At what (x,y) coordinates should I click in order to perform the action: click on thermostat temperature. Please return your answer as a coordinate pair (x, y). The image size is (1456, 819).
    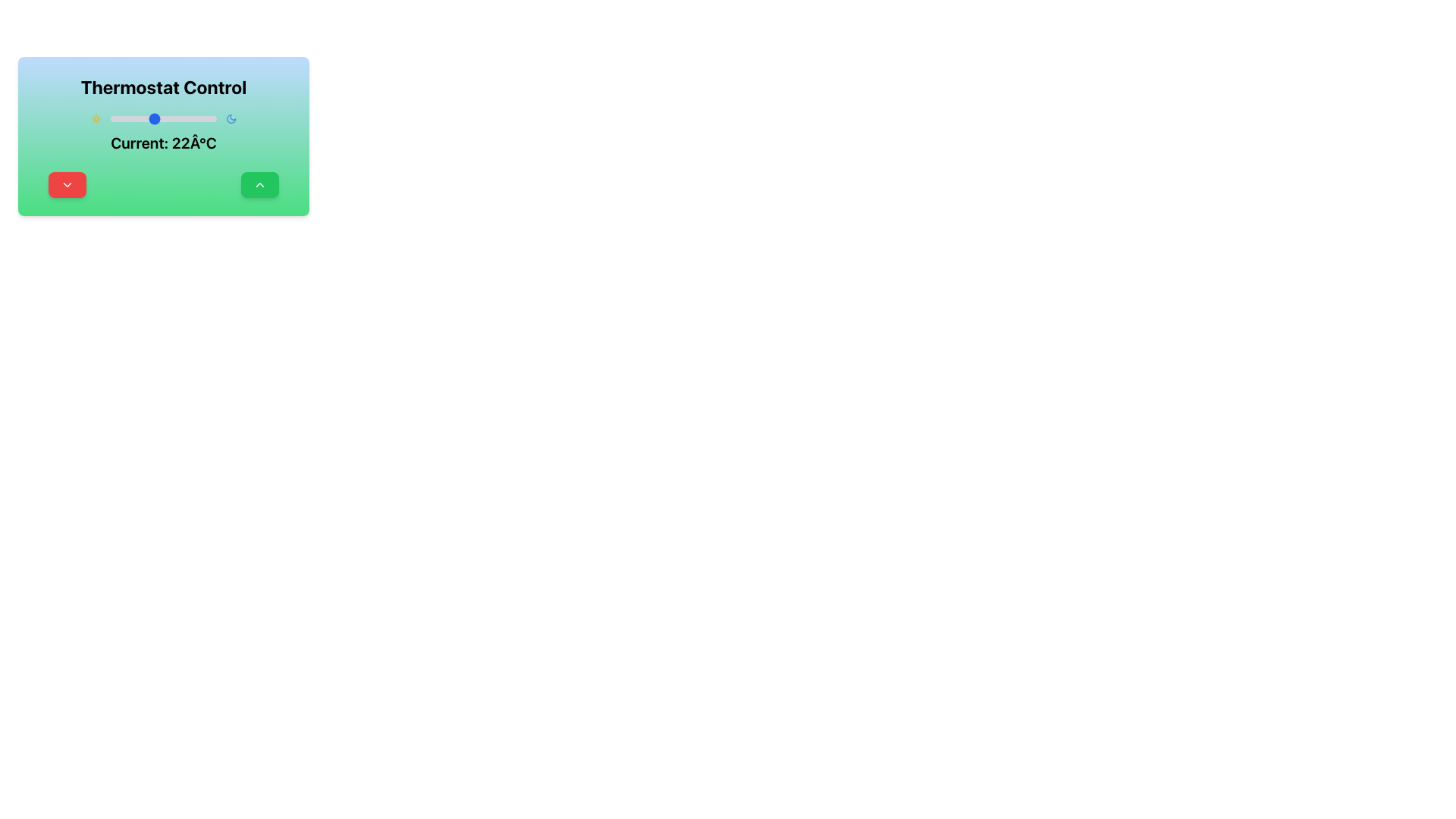
    Looking at the image, I should click on (135, 118).